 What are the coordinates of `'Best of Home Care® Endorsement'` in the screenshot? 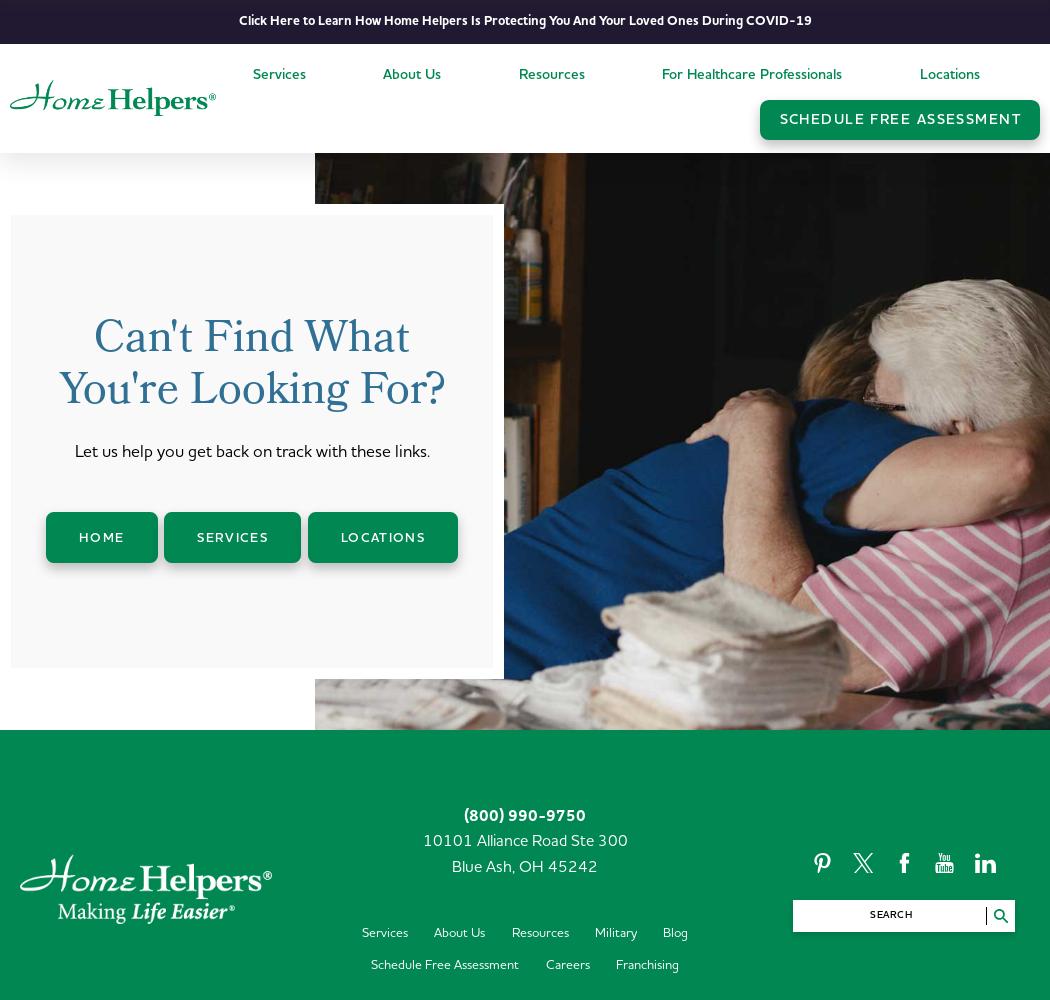 It's located at (487, 176).